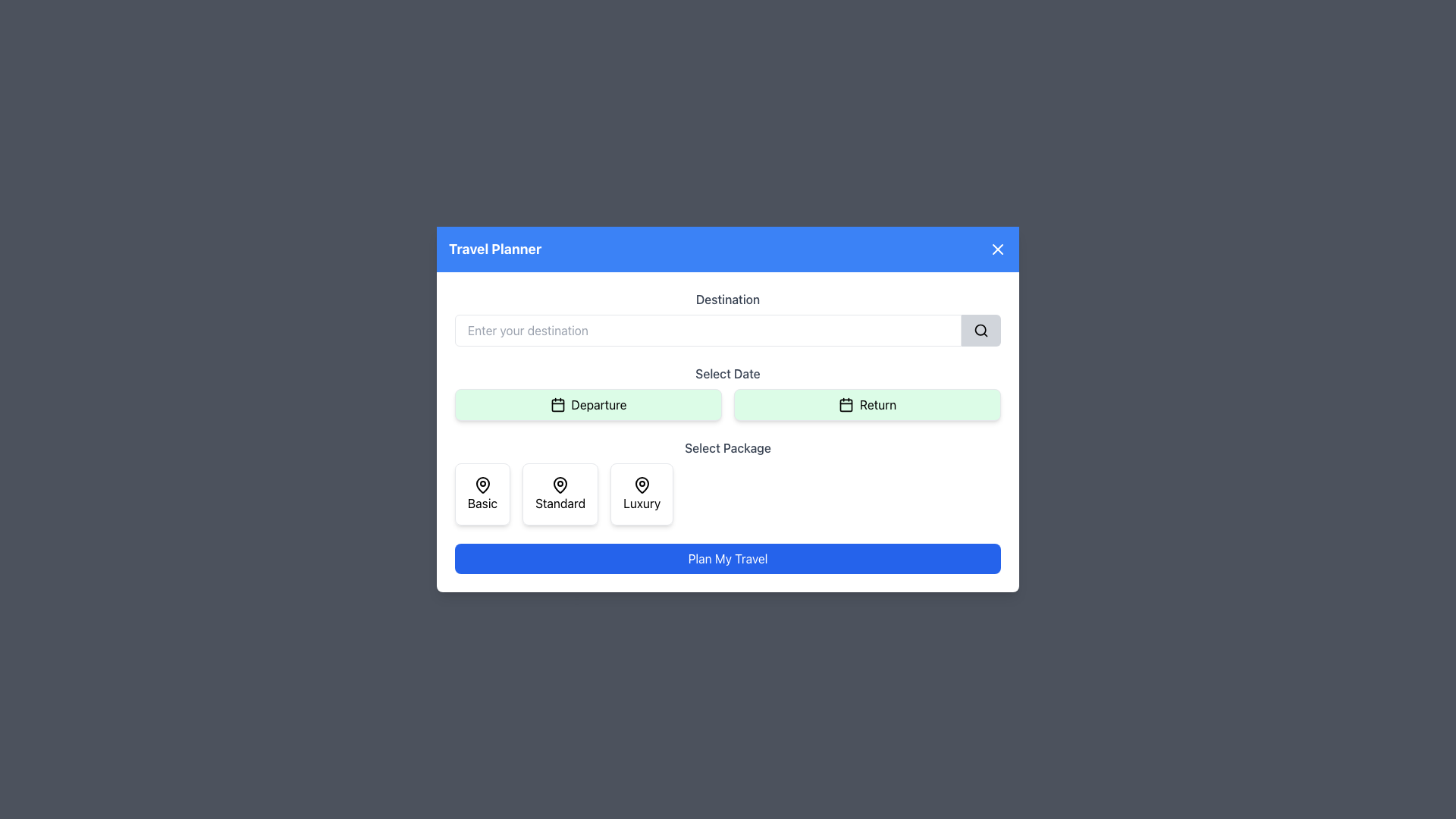  I want to click on the lower-left to upper-right diagonal line of the 'X' shaped icon, which is part of a minimalistic close or dismiss icon, so click(997, 248).